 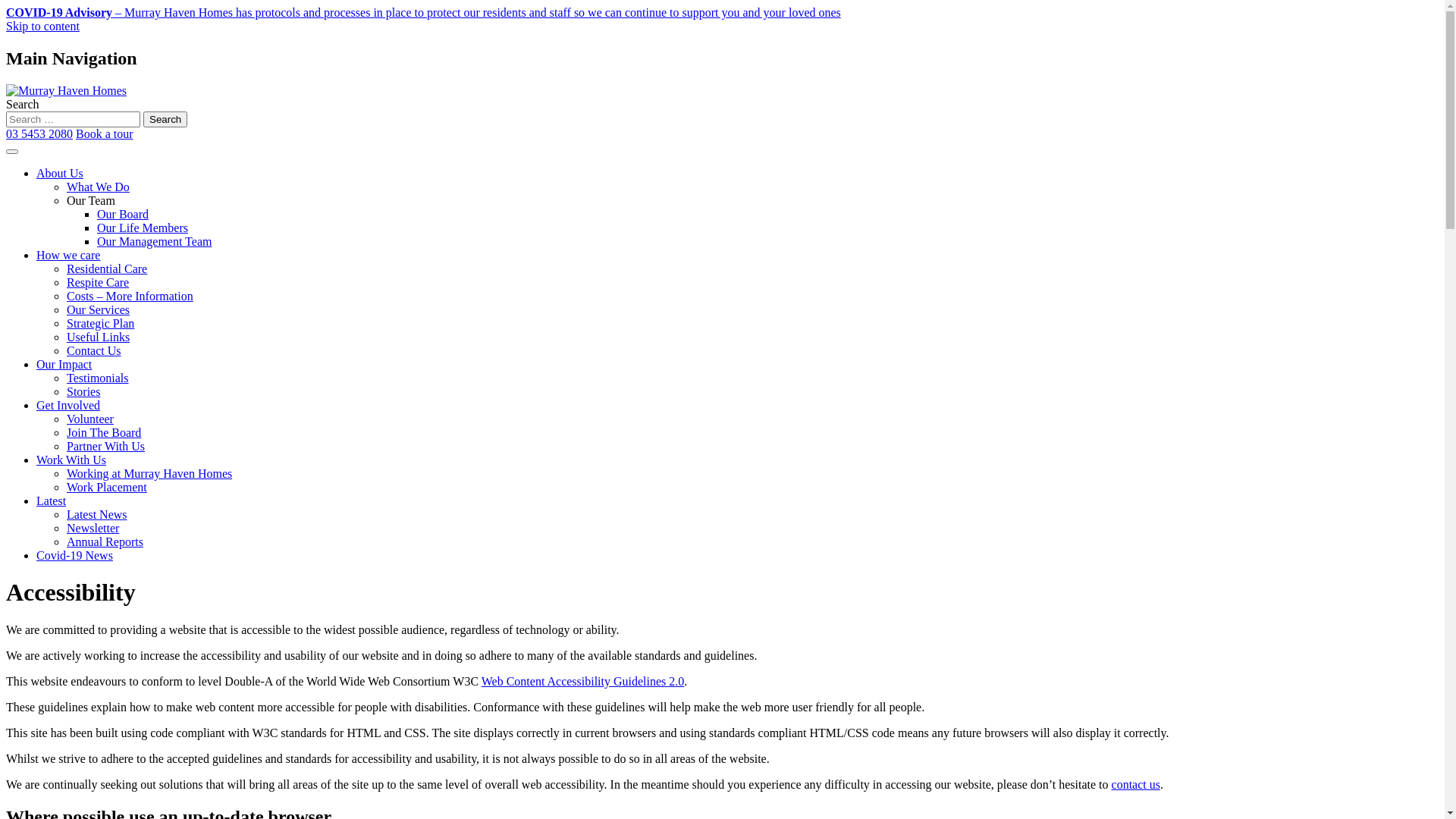 What do you see at coordinates (105, 268) in the screenshot?
I see `'Residential Care'` at bounding box center [105, 268].